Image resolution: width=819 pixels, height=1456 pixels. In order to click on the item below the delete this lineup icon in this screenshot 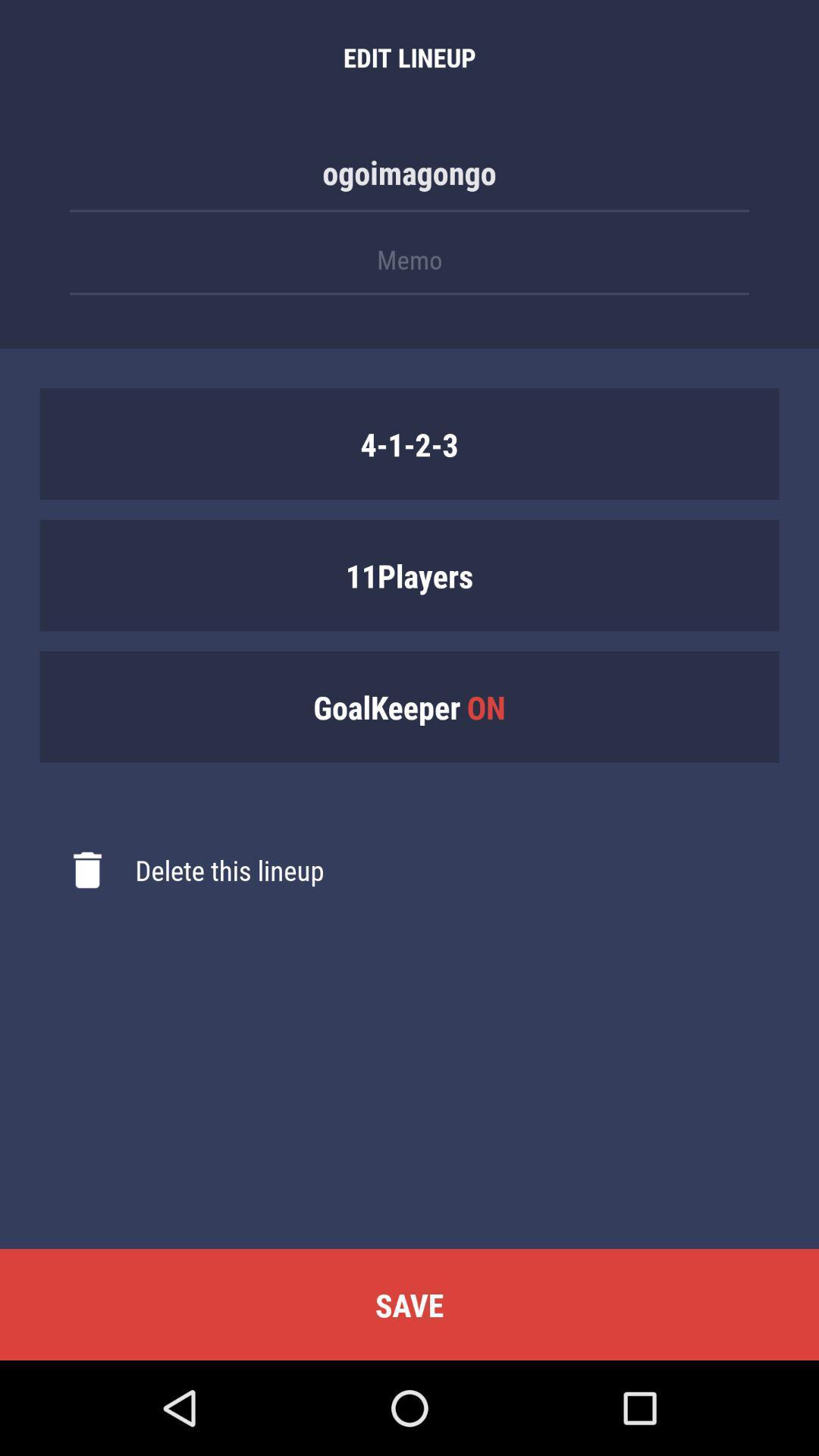, I will do `click(409, 1304)`.